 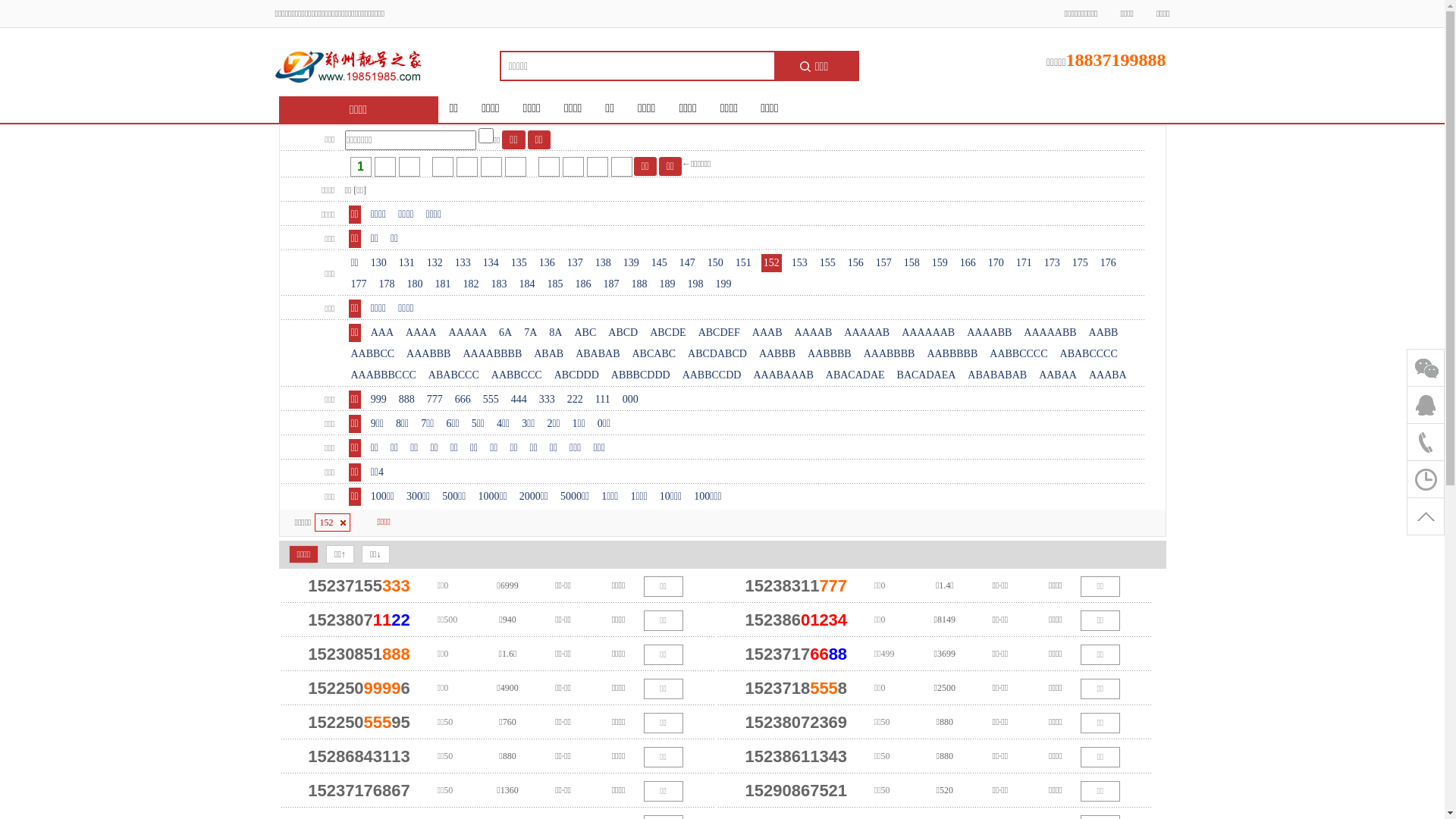 I want to click on '147', so click(x=676, y=262).